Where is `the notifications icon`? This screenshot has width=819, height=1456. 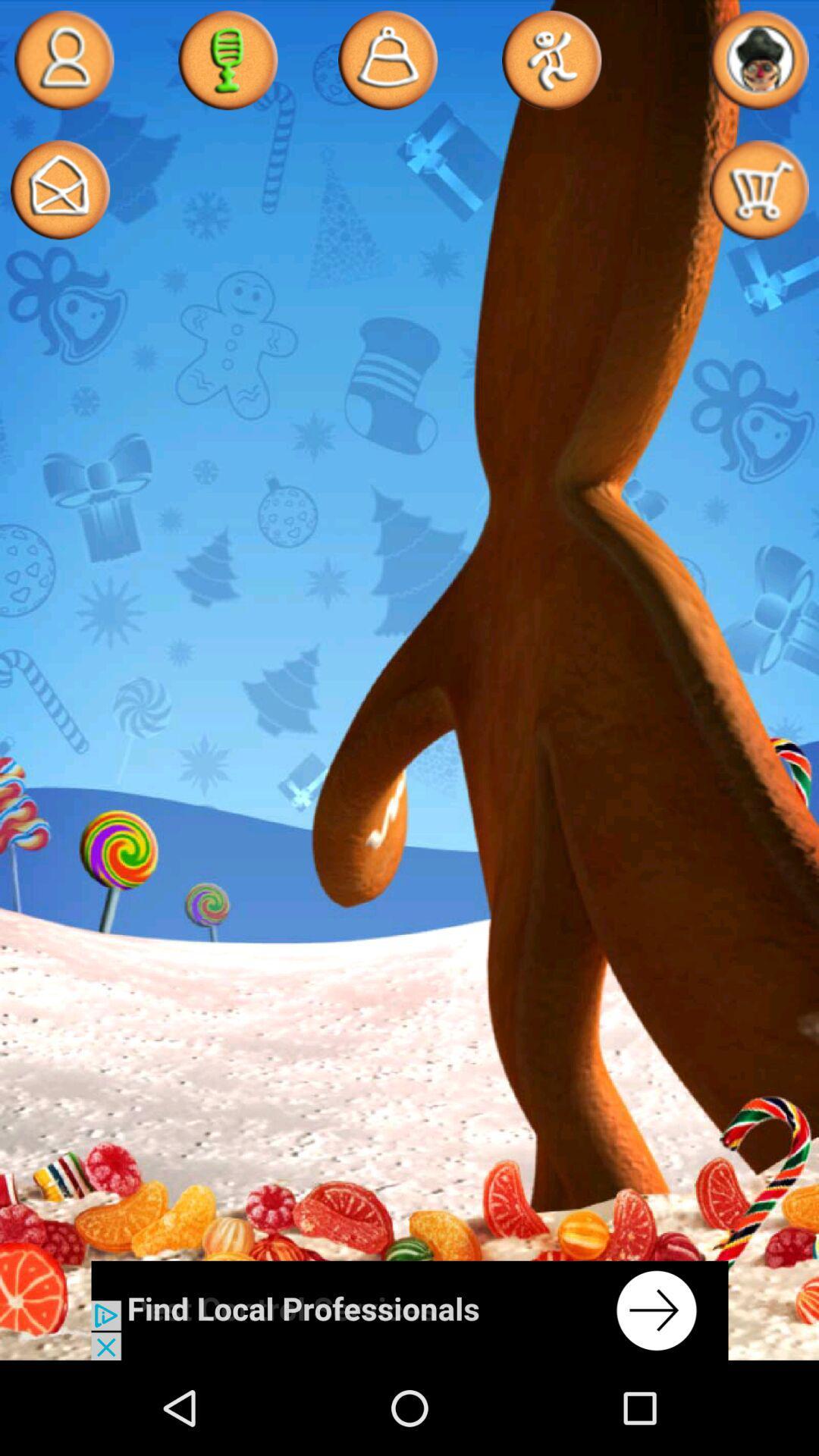 the notifications icon is located at coordinates (387, 63).